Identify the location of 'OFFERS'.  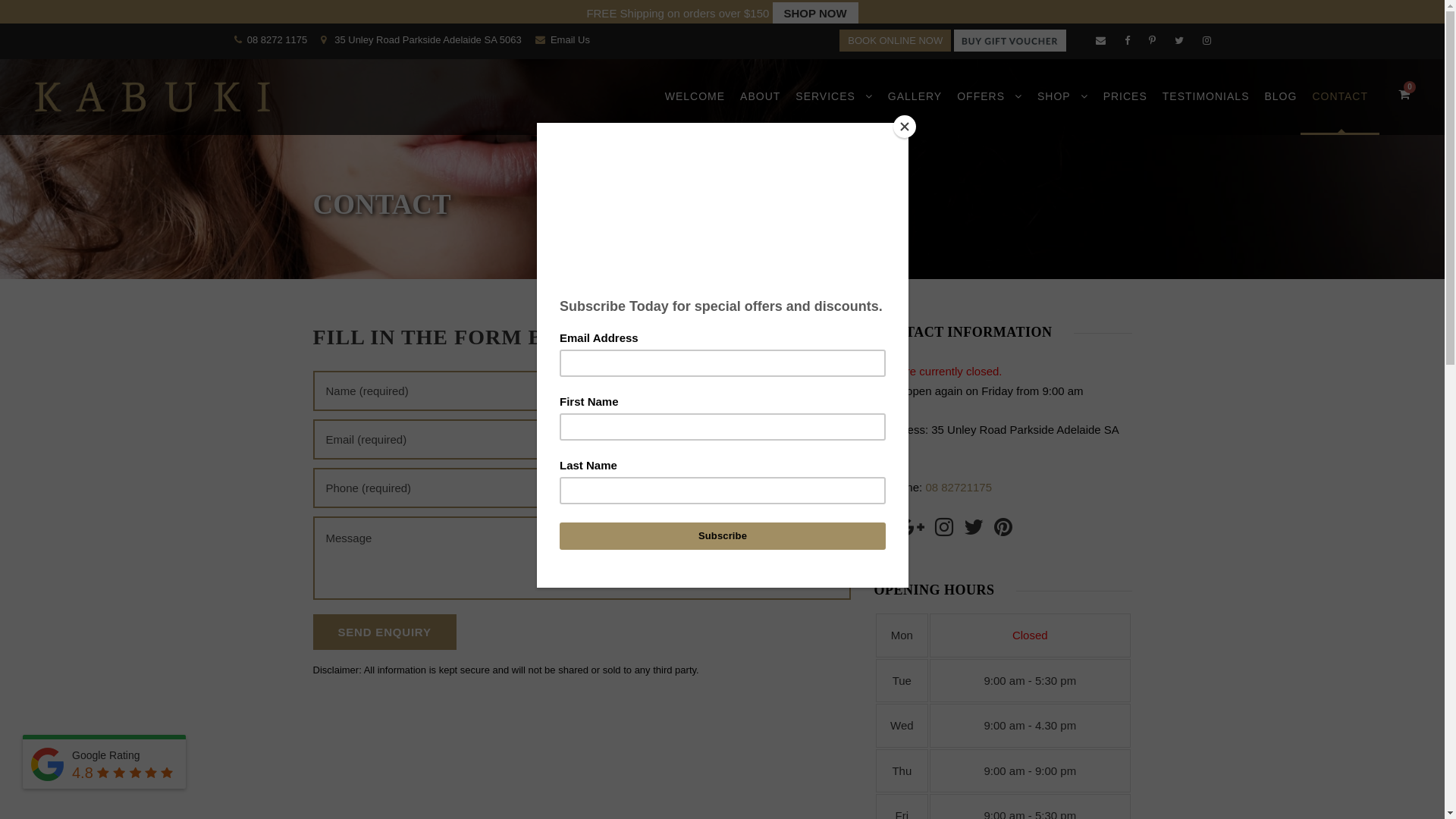
(990, 110).